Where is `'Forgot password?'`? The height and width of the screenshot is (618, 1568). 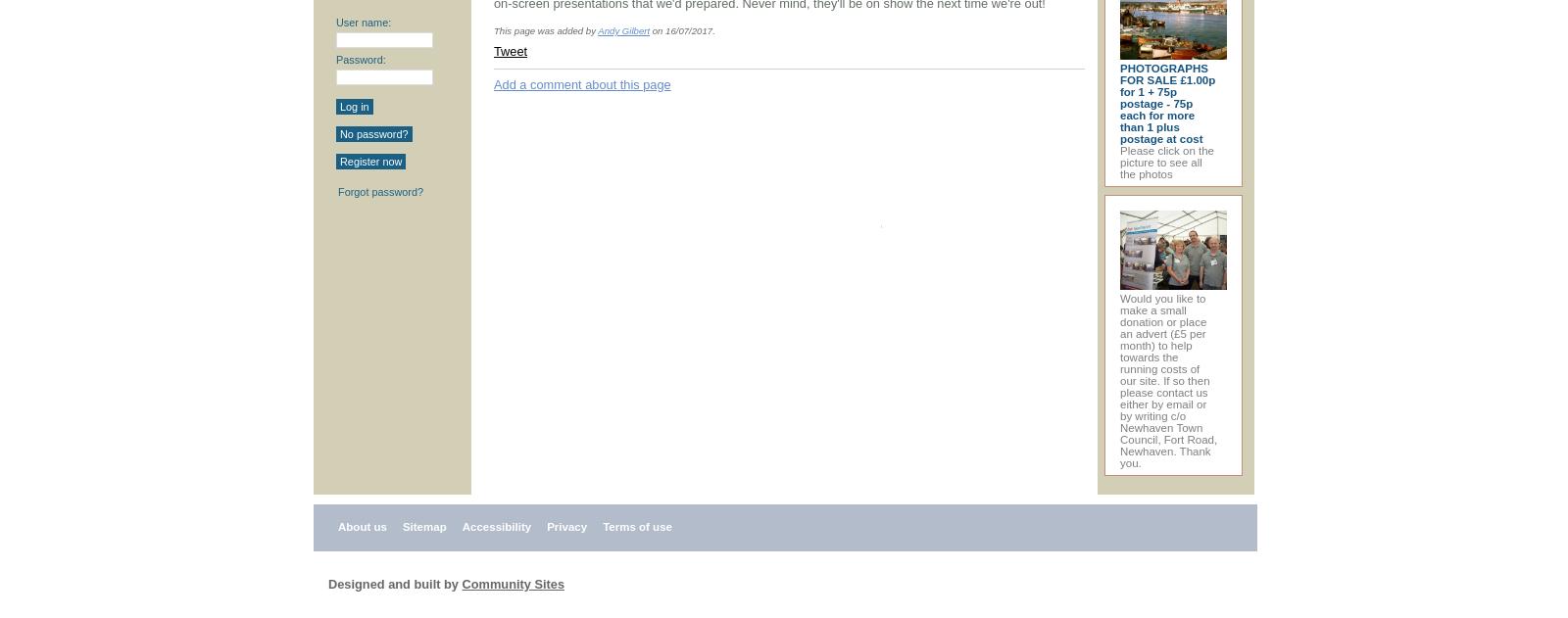
'Forgot password?' is located at coordinates (380, 189).